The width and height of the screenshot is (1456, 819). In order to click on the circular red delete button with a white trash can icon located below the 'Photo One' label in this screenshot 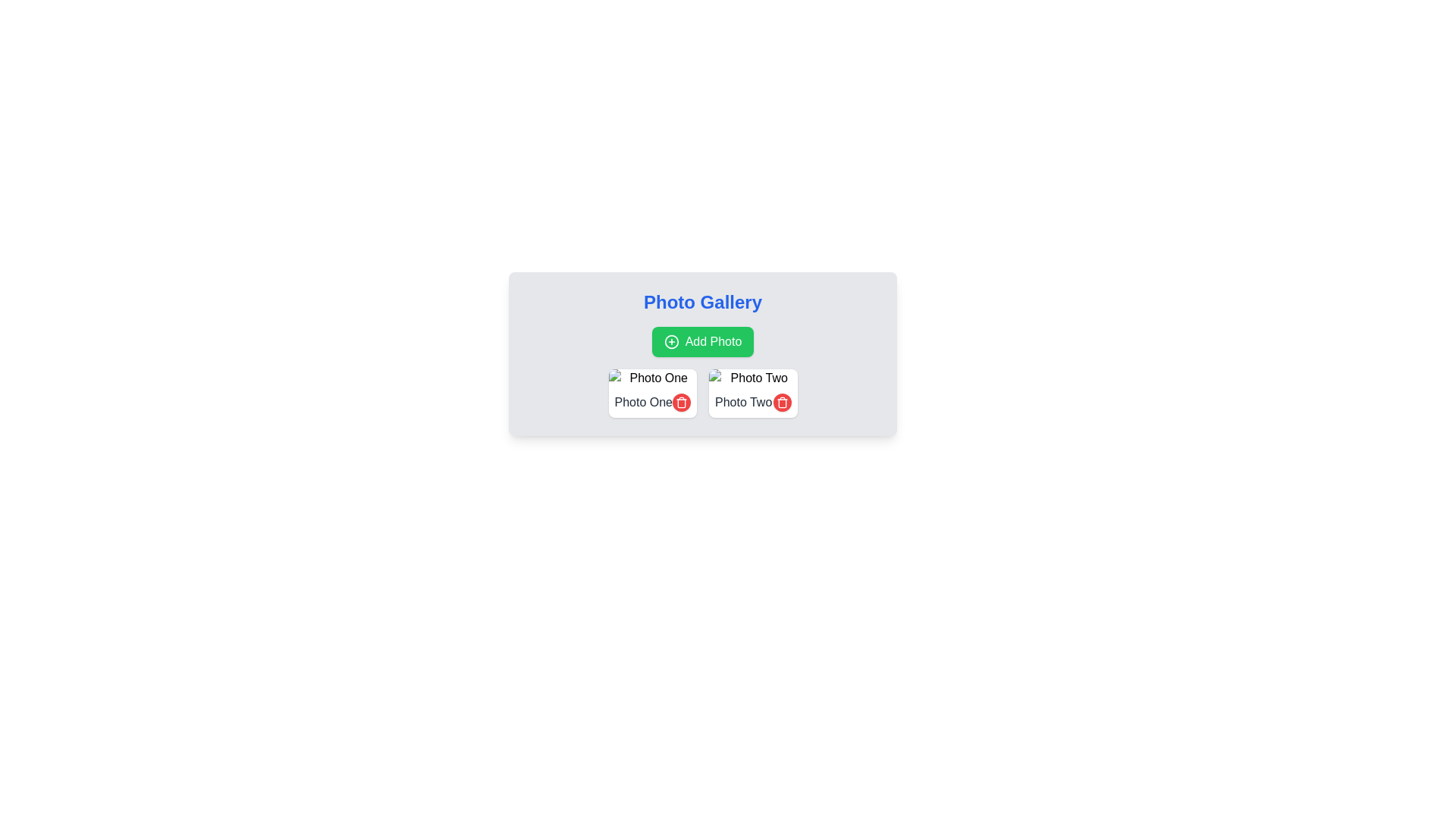, I will do `click(680, 402)`.